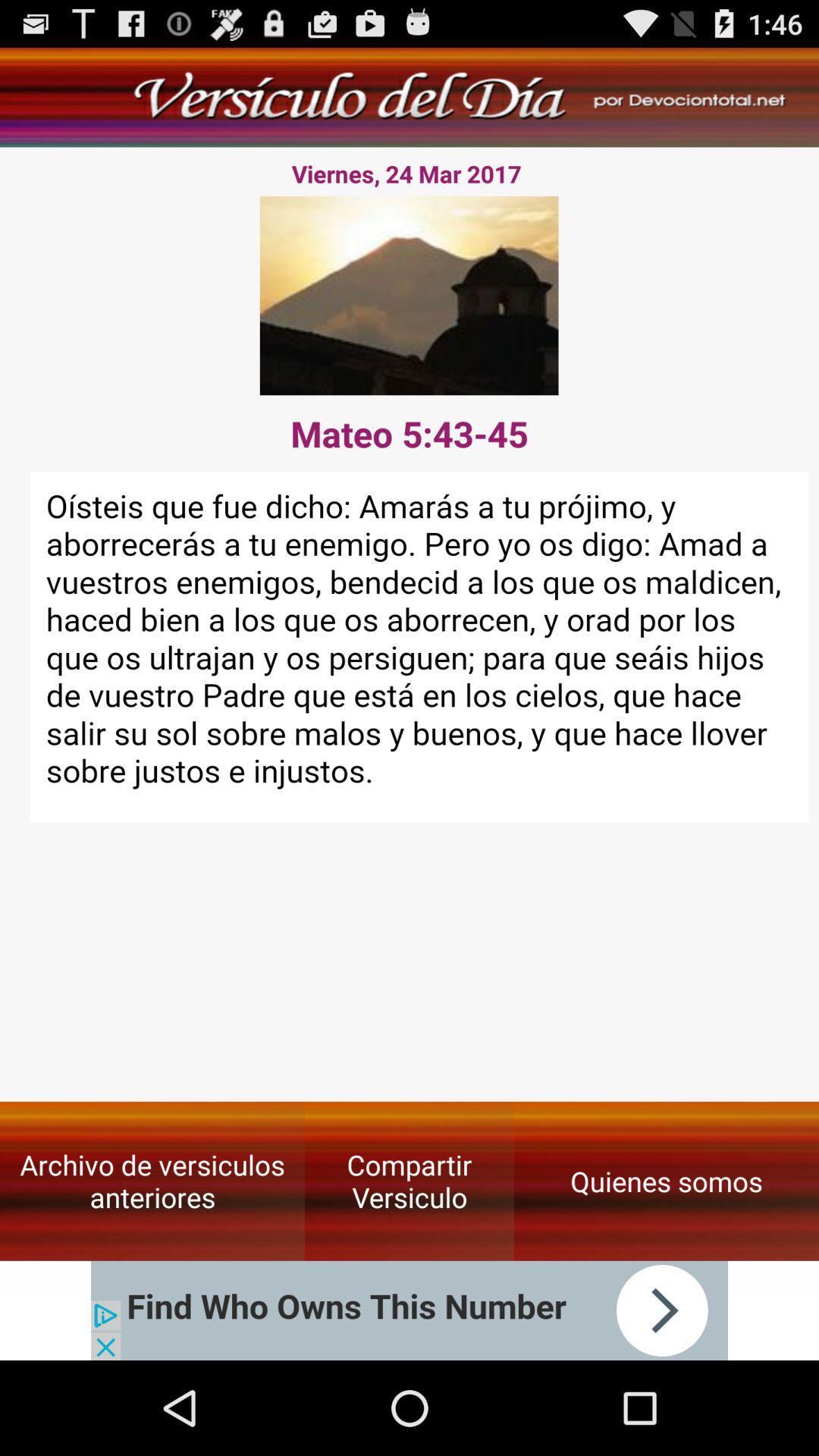  What do you see at coordinates (409, 1310) in the screenshot?
I see `click advertisement` at bounding box center [409, 1310].